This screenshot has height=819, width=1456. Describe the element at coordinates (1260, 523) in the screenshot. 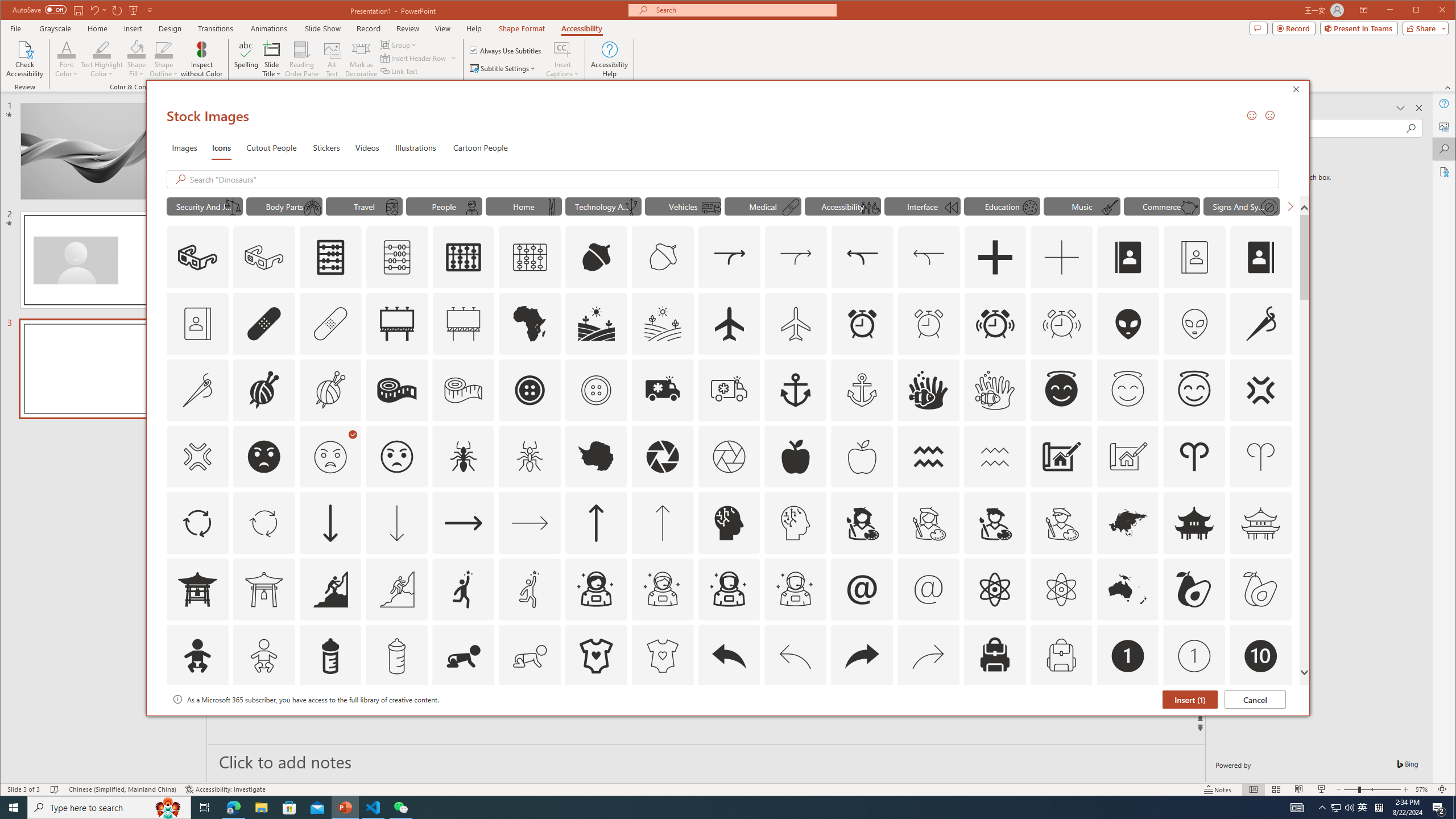

I see `'AutomationID: Icons_AsianTemple_M'` at that location.